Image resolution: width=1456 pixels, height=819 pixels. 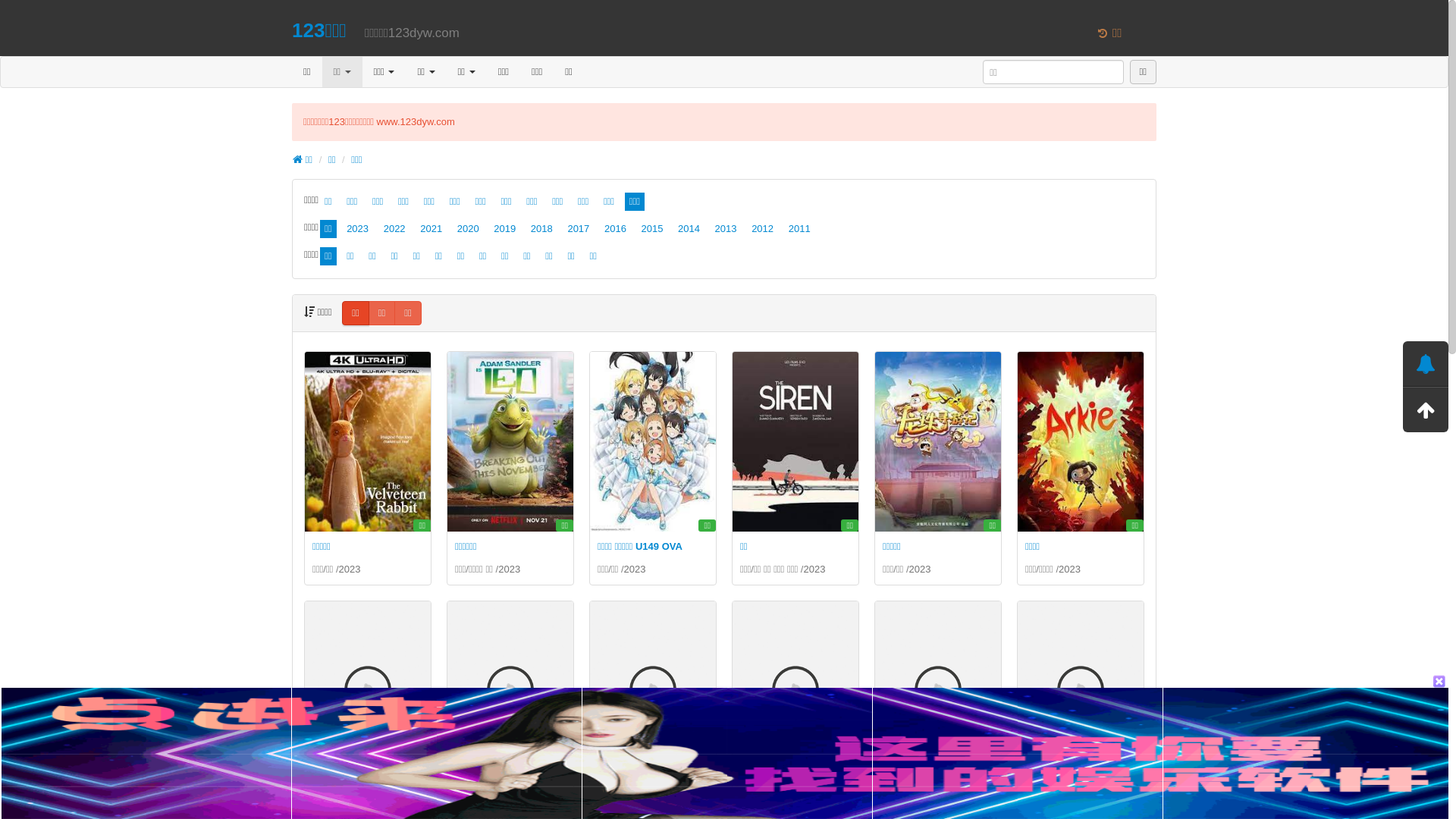 What do you see at coordinates (615, 228) in the screenshot?
I see `'2016'` at bounding box center [615, 228].